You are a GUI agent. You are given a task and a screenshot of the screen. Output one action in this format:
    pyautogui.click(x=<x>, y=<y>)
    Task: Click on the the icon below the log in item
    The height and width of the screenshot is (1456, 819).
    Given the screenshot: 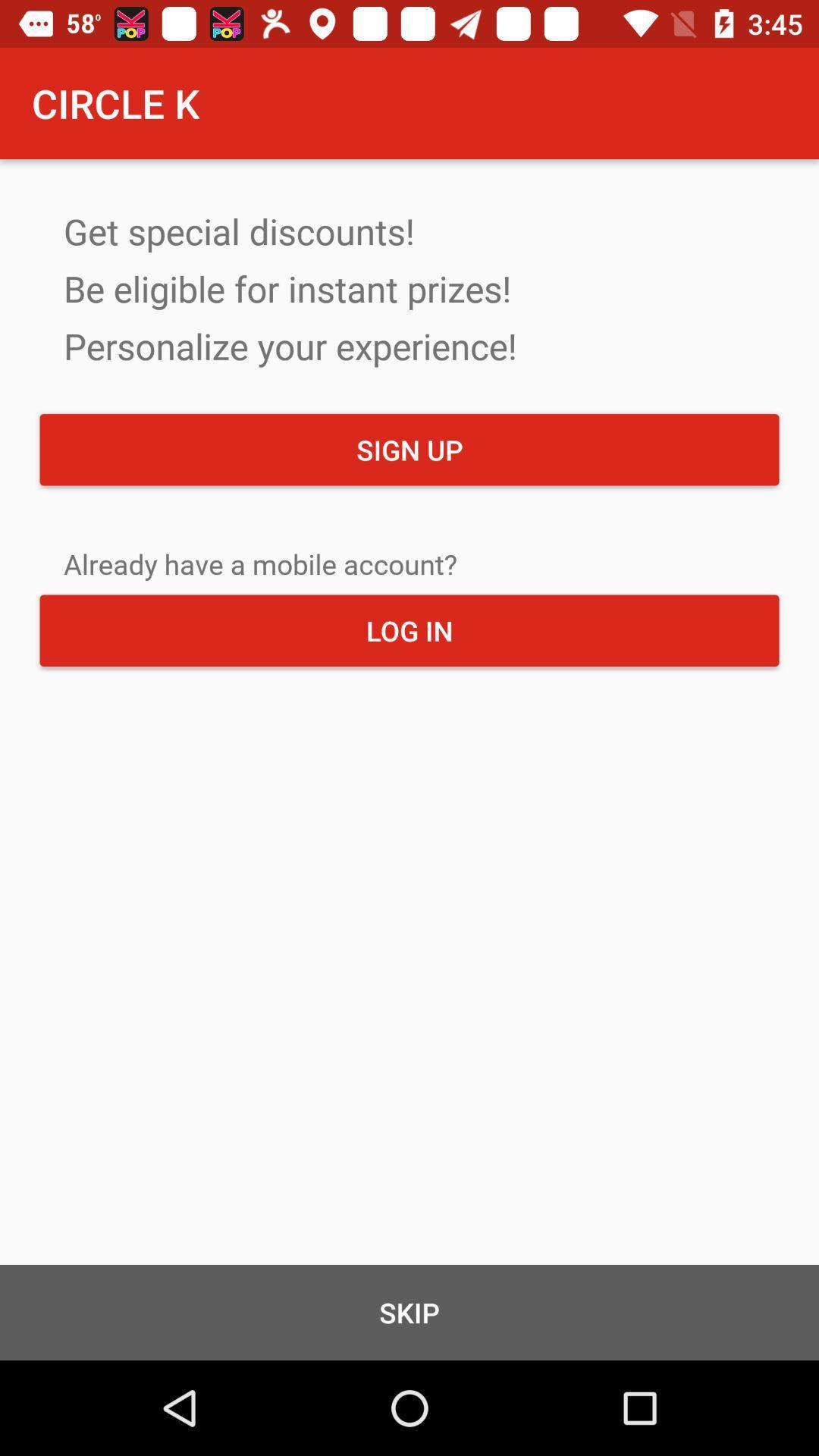 What is the action you would take?
    pyautogui.click(x=409, y=1312)
    